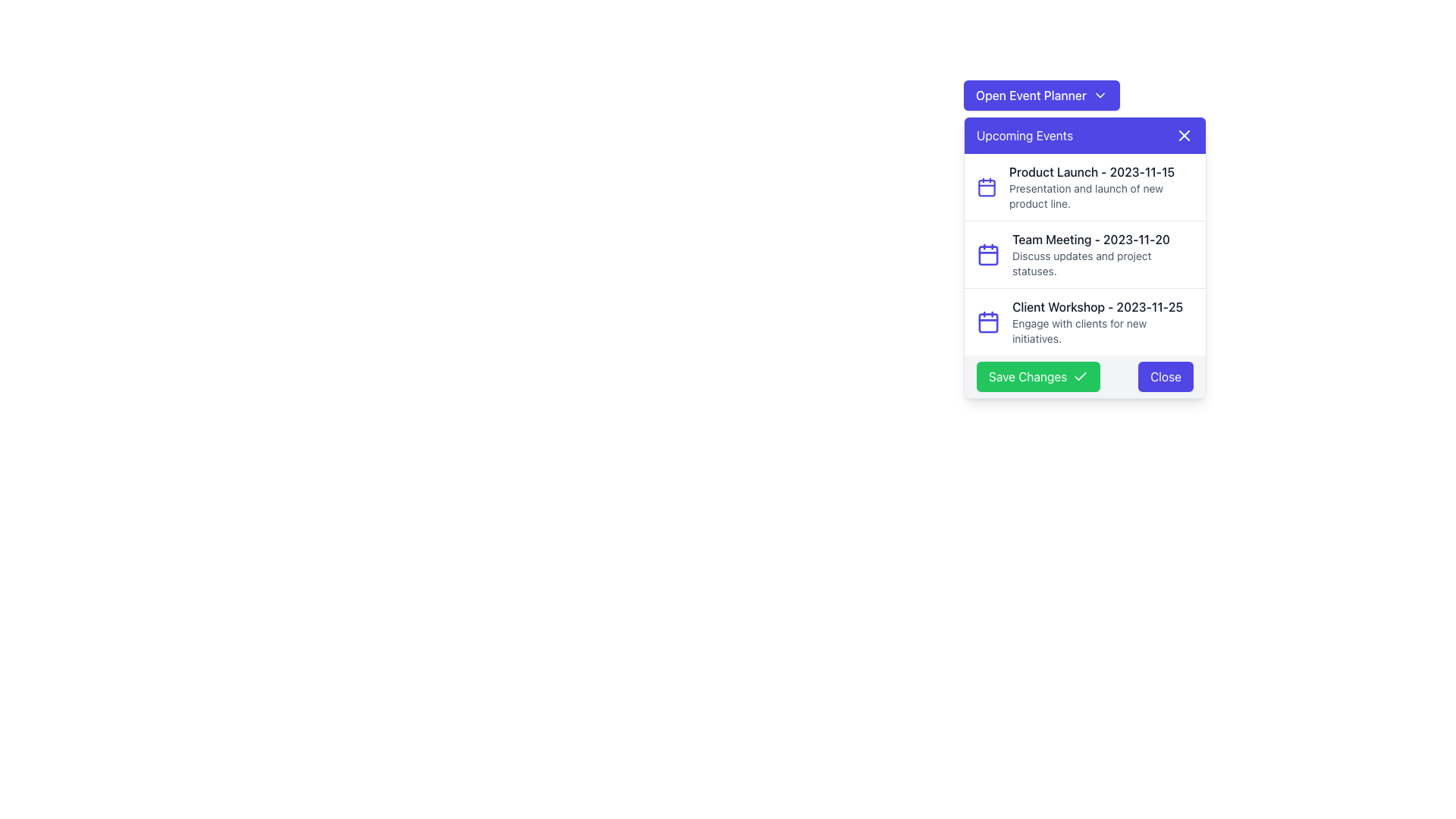 This screenshot has height=819, width=1456. What do you see at coordinates (1025, 134) in the screenshot?
I see `the Text Label that serves as a title or header within the blue header bar at the top of the pop-up interface` at bounding box center [1025, 134].